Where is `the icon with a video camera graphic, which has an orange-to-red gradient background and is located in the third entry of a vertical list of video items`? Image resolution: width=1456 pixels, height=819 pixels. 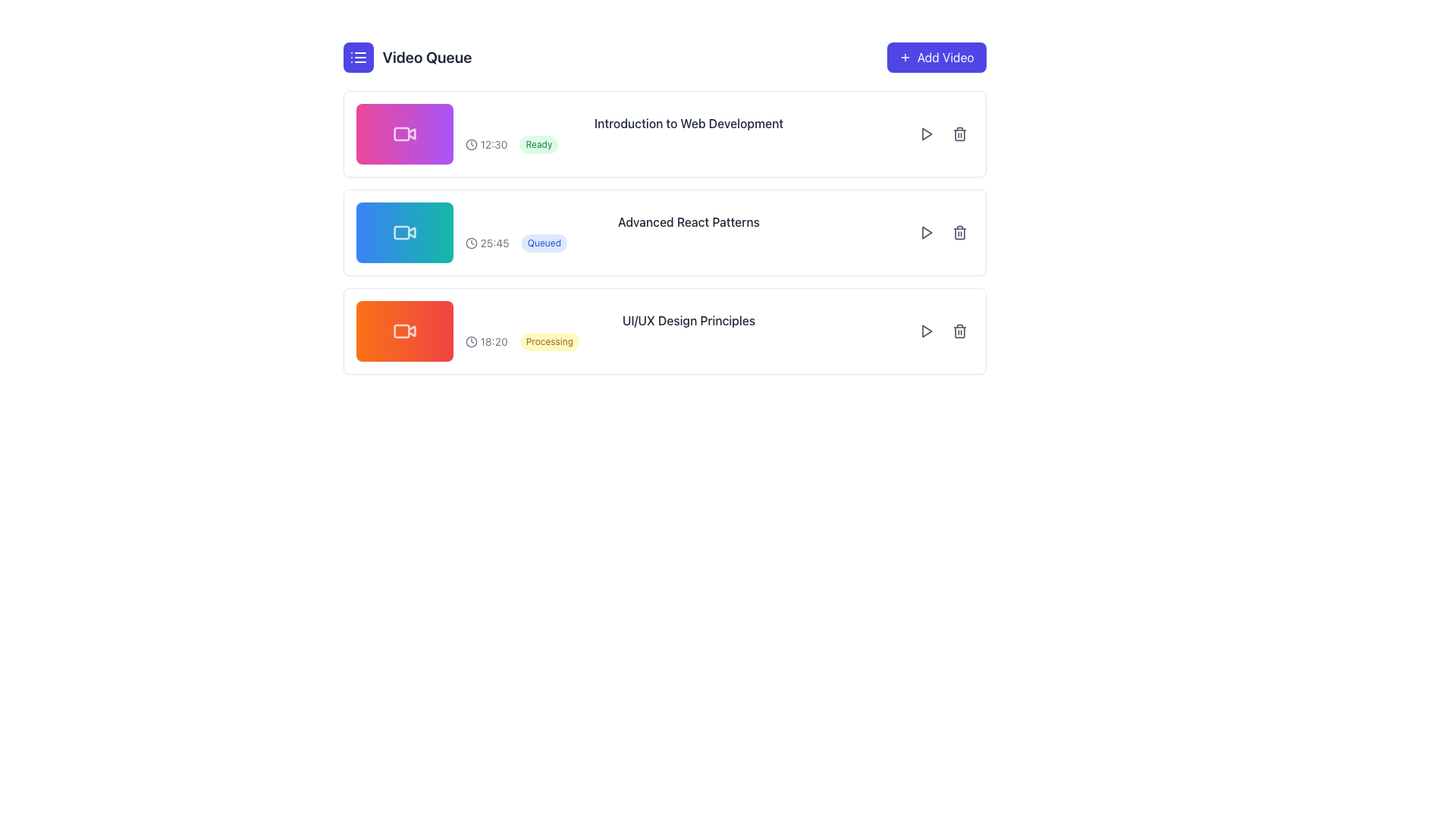
the icon with a video camera graphic, which has an orange-to-red gradient background and is located in the third entry of a vertical list of video items is located at coordinates (401, 330).